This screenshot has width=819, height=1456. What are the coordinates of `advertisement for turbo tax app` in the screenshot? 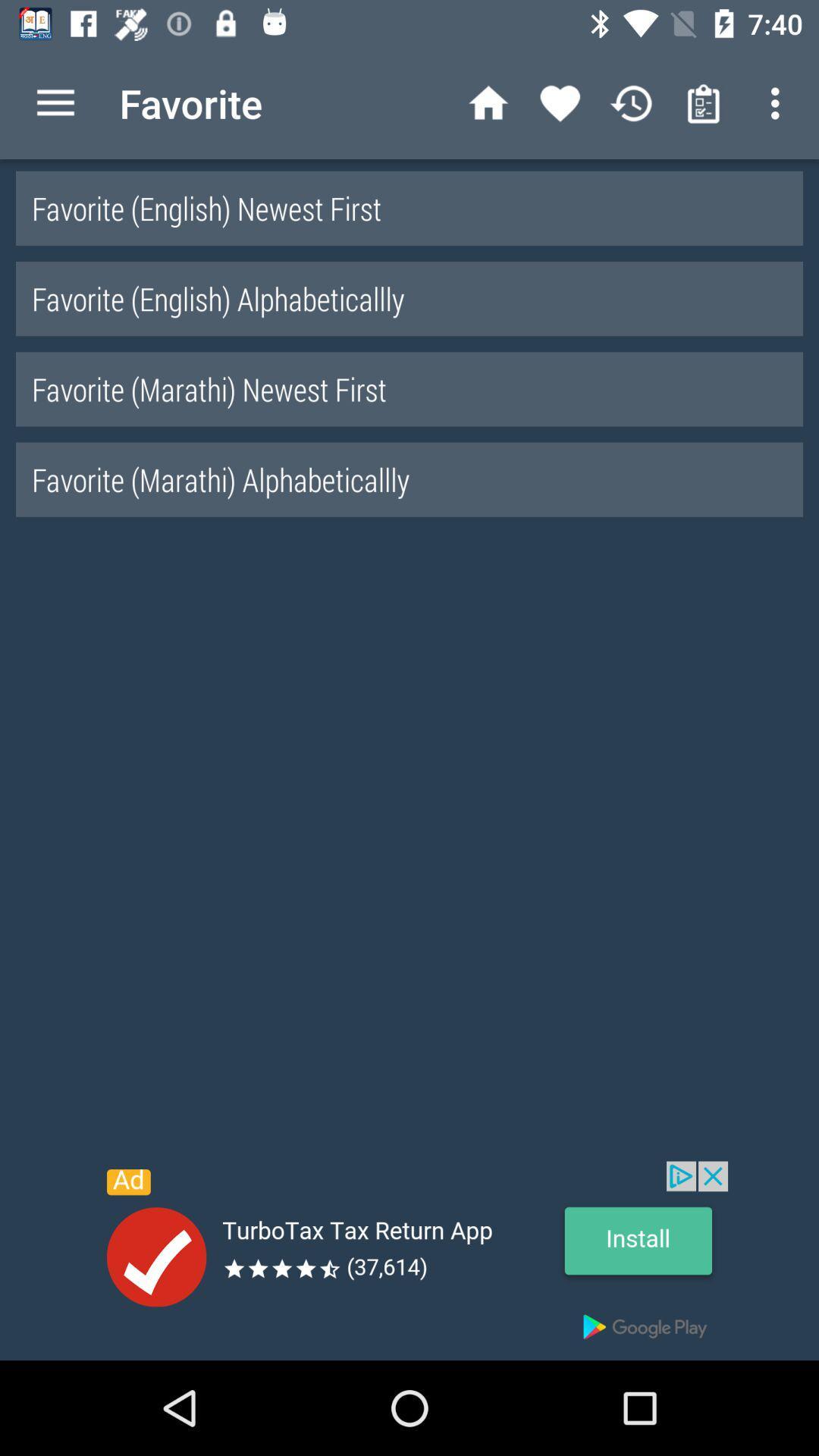 It's located at (409, 1260).